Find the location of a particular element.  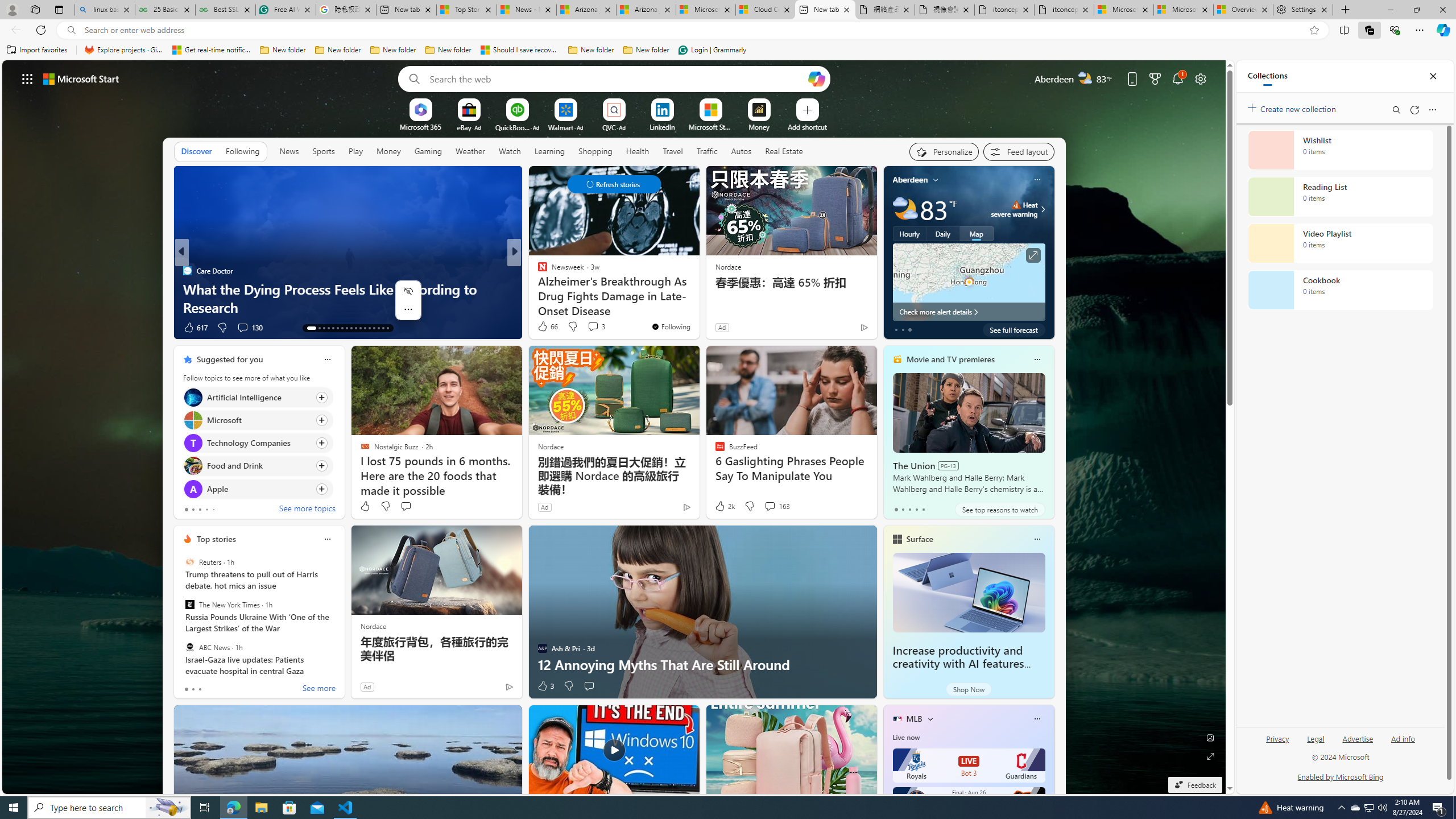

'Add a site' is located at coordinates (806, 126).